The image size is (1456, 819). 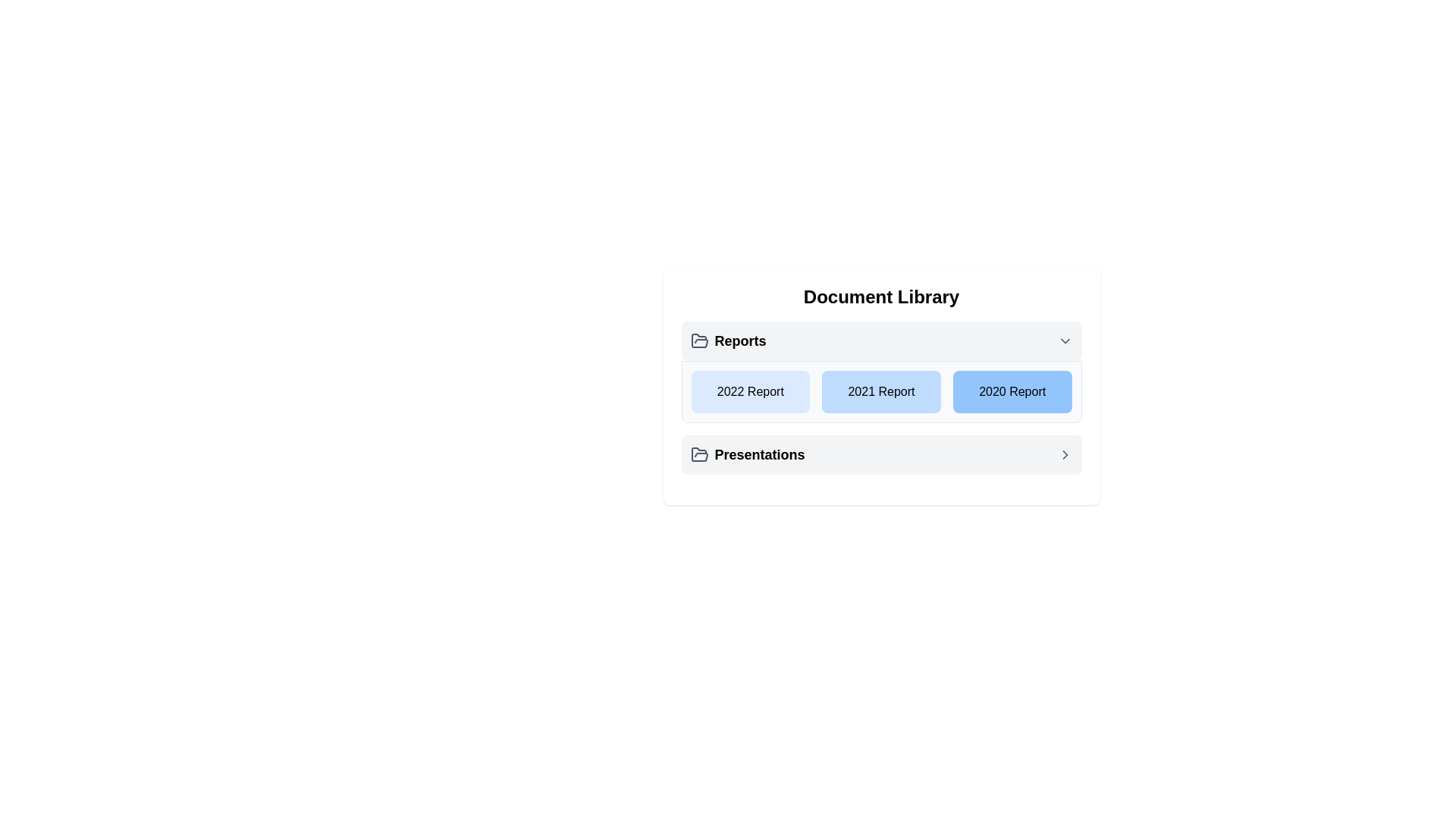 I want to click on the icon located at the far right of the 'Presentations' section in the 'Document Library' interface, so click(x=1064, y=454).